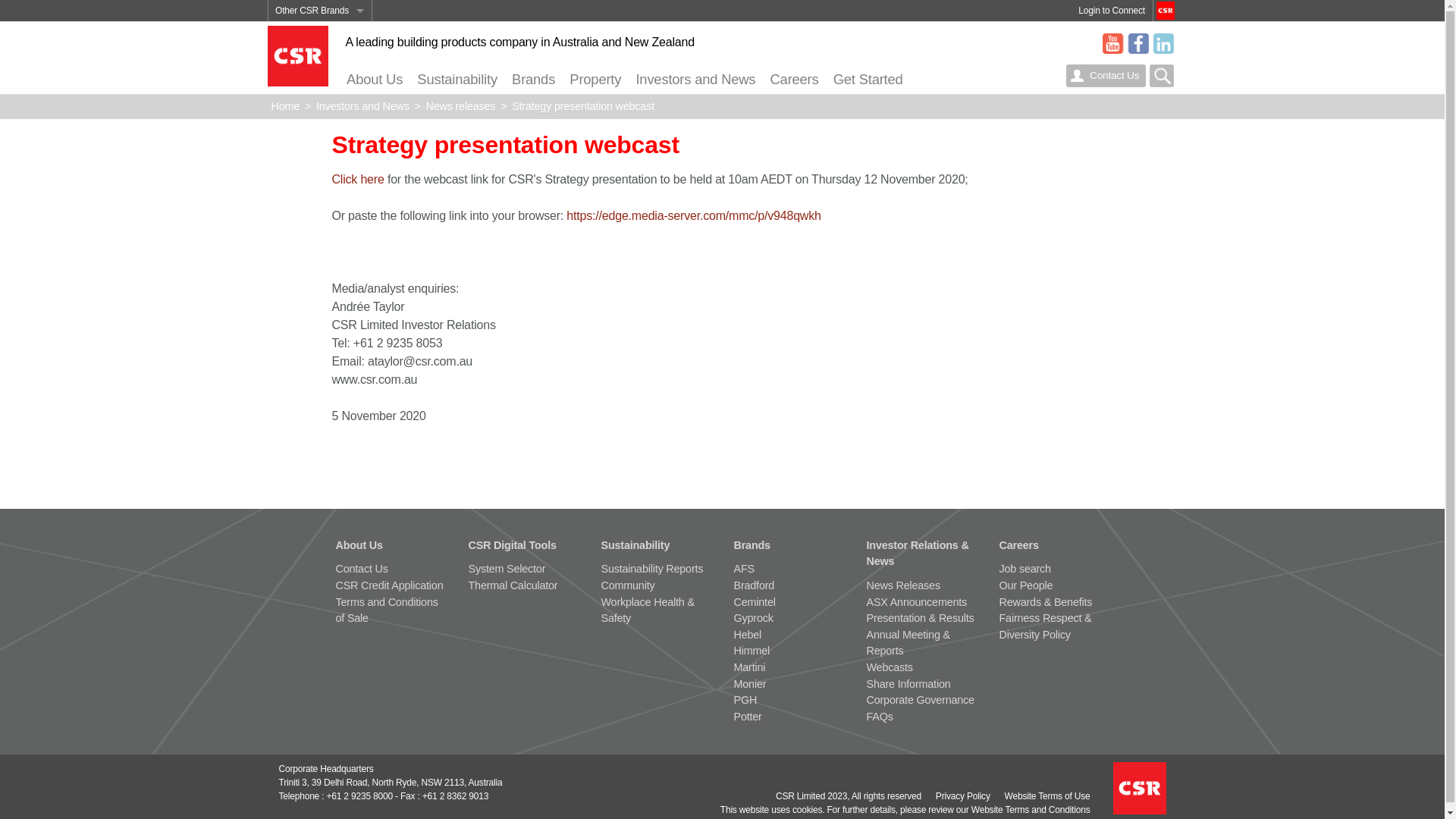 This screenshot has width=1456, height=819. I want to click on 'Website Terms of Use', so click(1046, 795).